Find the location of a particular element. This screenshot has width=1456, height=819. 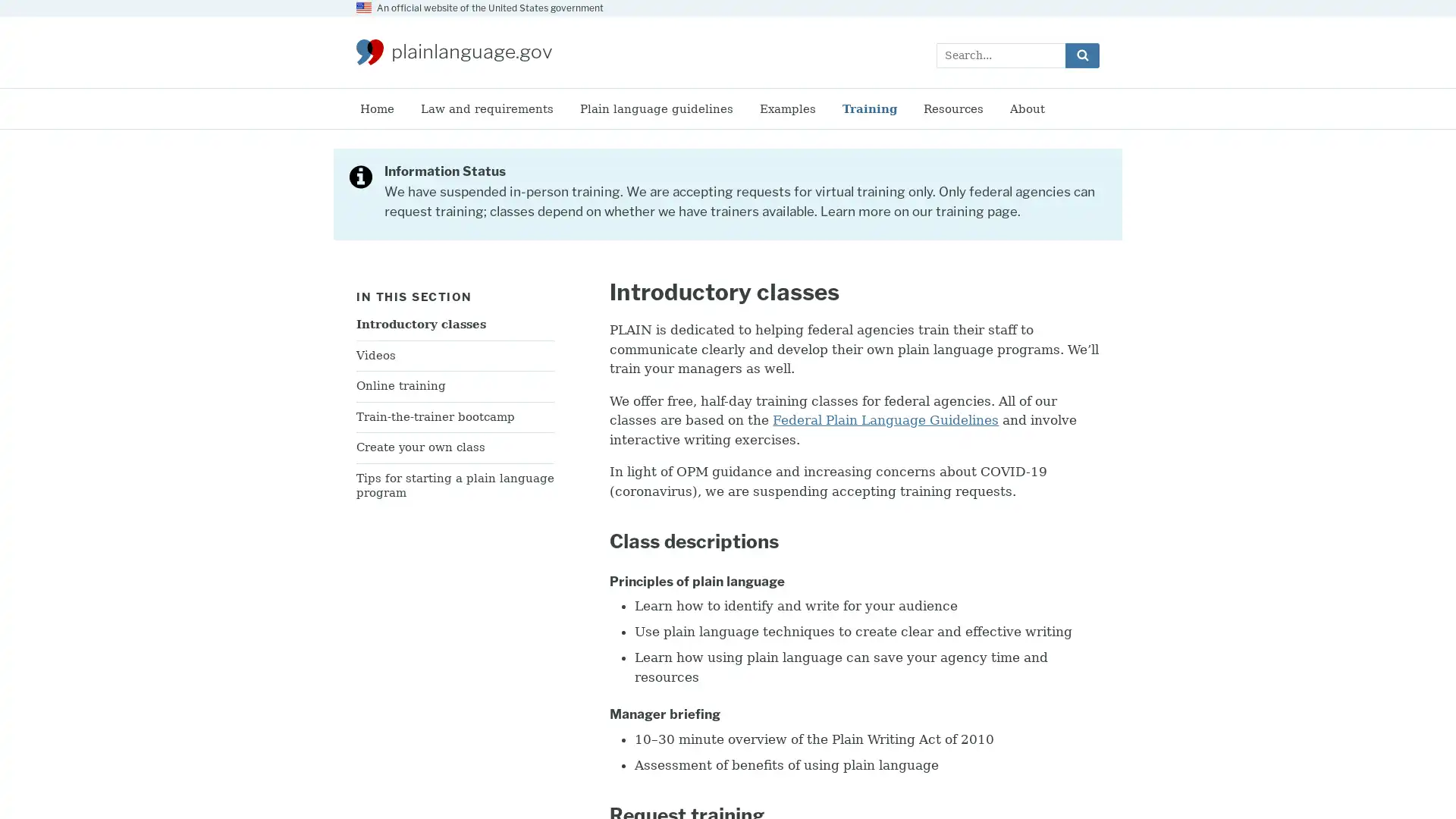

Search is located at coordinates (1081, 54).